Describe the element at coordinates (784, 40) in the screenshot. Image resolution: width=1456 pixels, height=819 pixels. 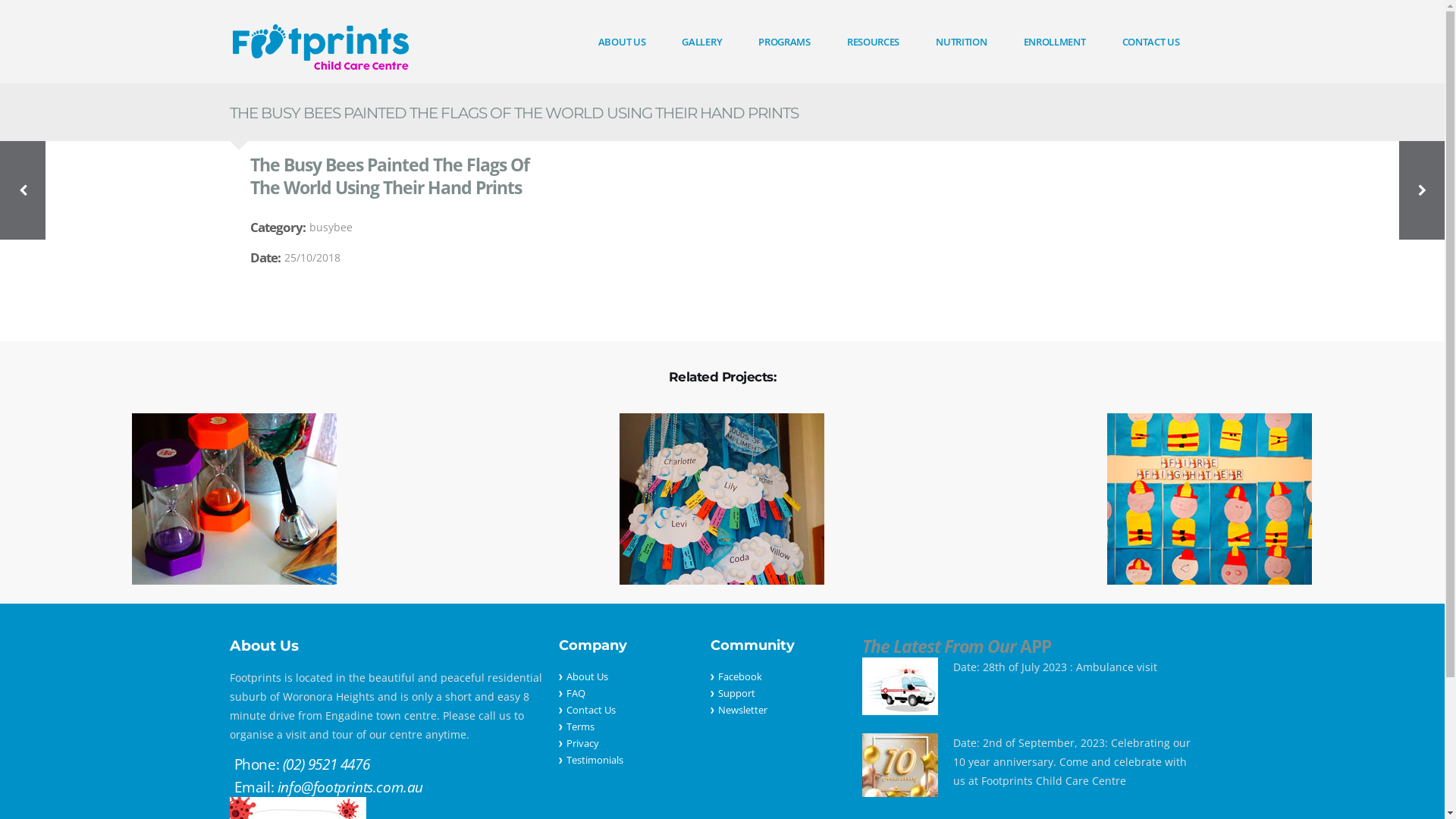
I see `'PROGRAMS'` at that location.